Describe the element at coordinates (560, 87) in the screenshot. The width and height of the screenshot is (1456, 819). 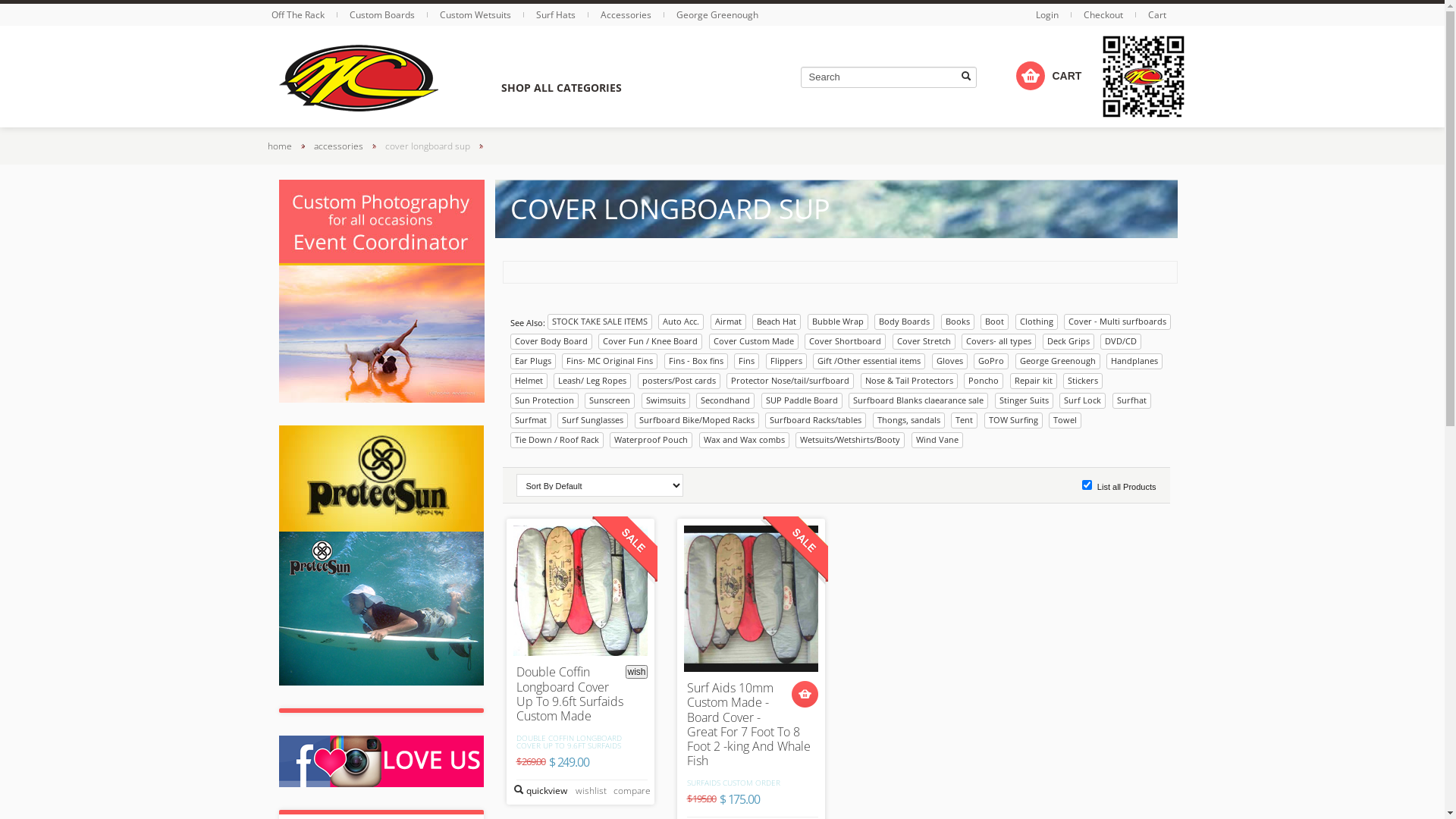
I see `'SHOP ALL CATEGORIES'` at that location.